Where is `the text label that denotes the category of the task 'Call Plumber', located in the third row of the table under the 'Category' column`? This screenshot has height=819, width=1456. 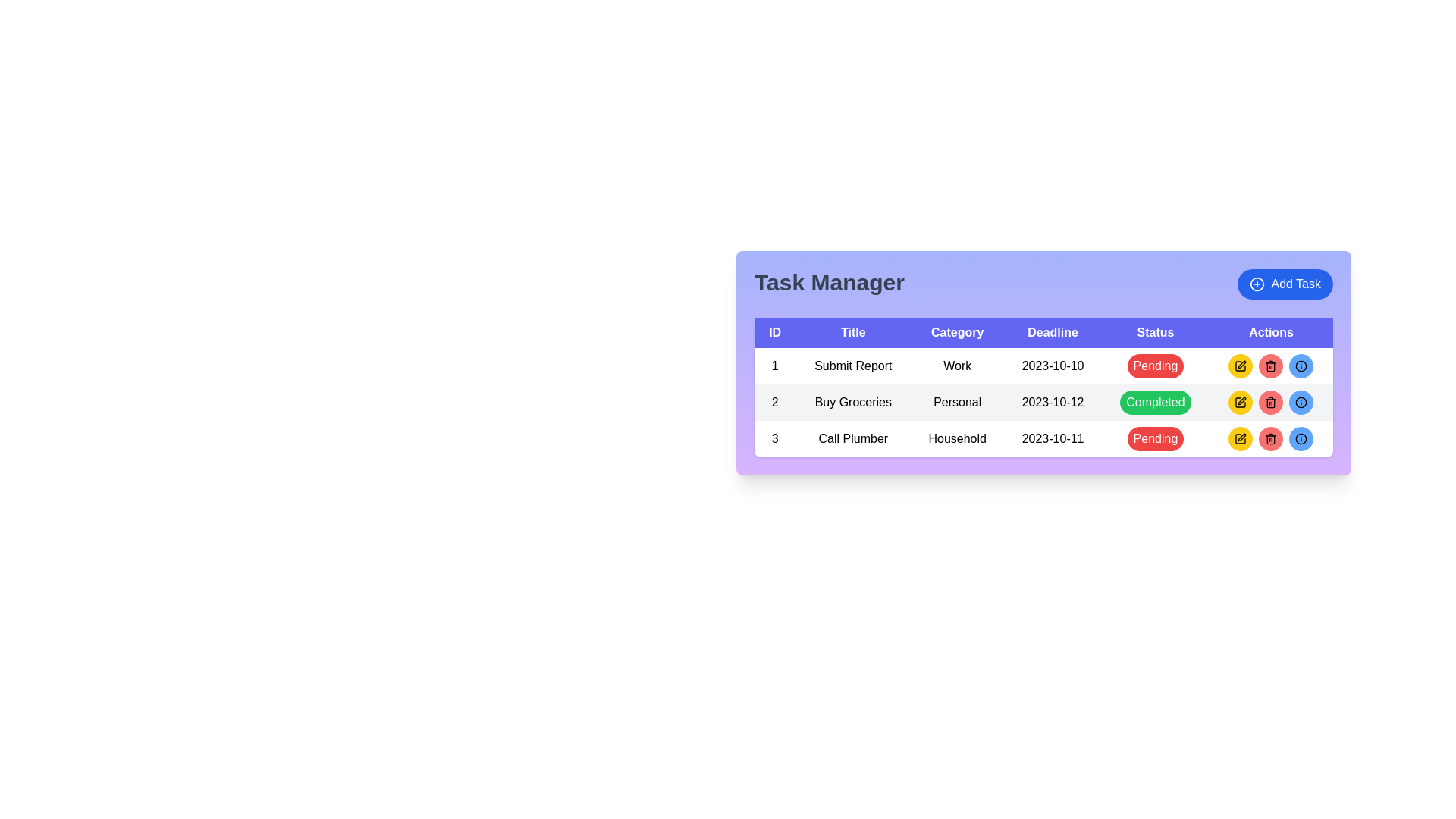
the text label that denotes the category of the task 'Call Plumber', located in the third row of the table under the 'Category' column is located at coordinates (956, 438).